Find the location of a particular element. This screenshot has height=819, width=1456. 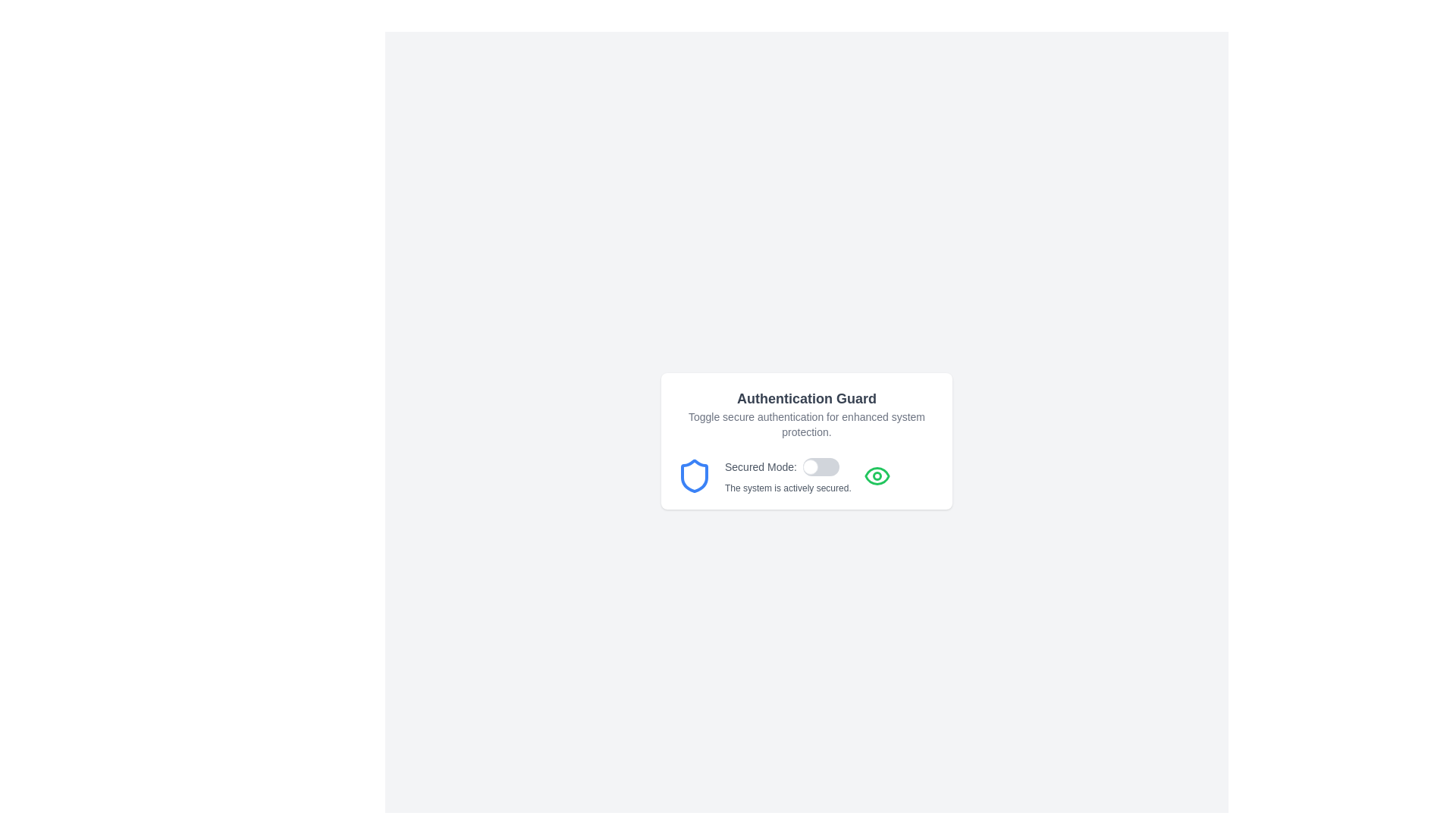

the toggle switch for the 'Secured Mode' security feature is located at coordinates (806, 475).